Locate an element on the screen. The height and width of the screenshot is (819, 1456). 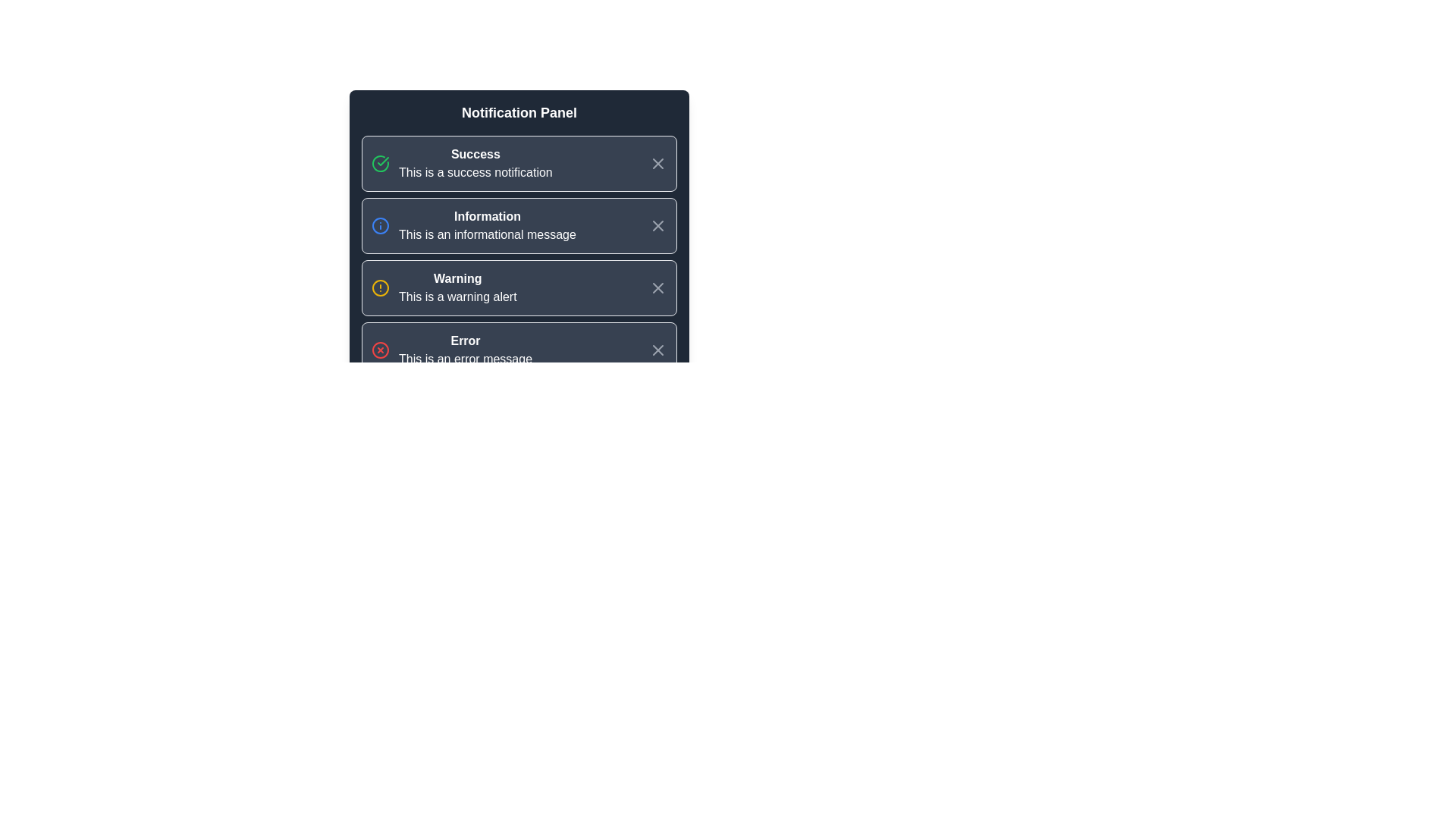
the Notification banner that features a yellow circle with an exclamation mark, the heading 'Warning' in bold, and the subtext 'This is a warning alert'. It is the third element in a vertical list within the notification panel is located at coordinates (443, 288).